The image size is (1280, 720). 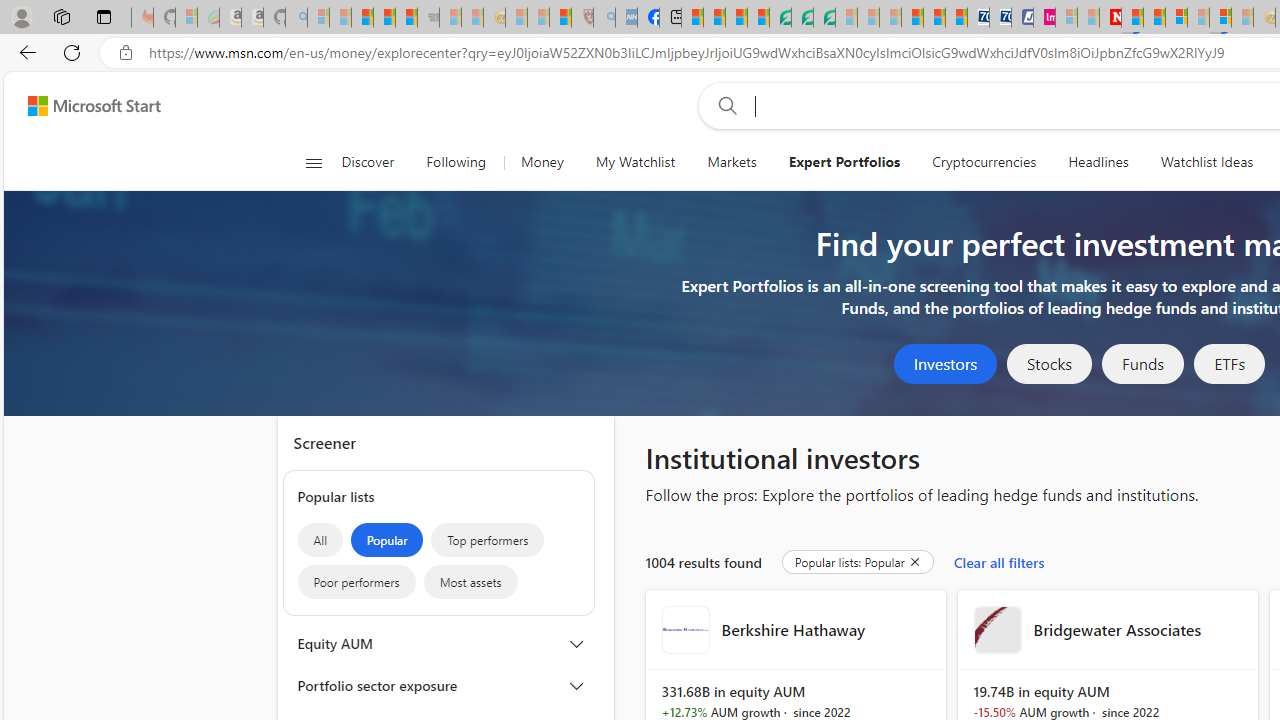 What do you see at coordinates (984, 162) in the screenshot?
I see `'Cryptocurrencies'` at bounding box center [984, 162].